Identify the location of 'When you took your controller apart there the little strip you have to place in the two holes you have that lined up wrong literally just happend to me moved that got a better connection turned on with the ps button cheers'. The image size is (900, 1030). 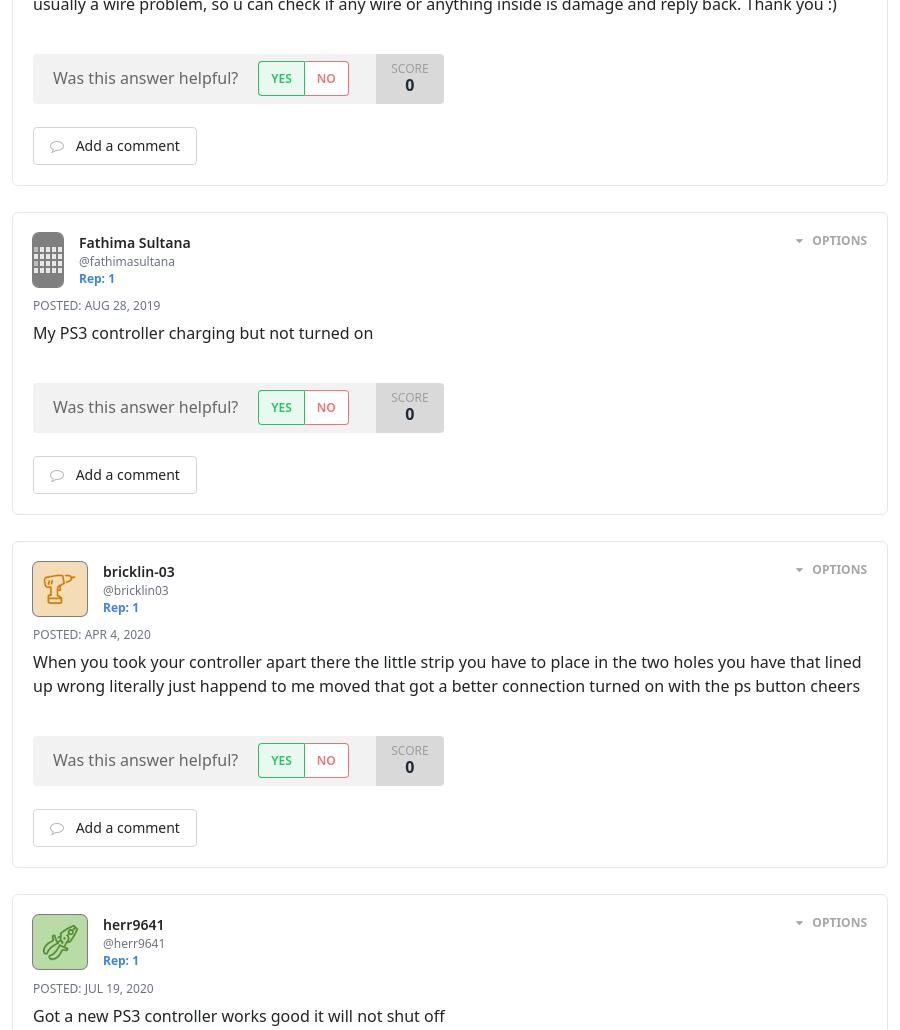
(447, 673).